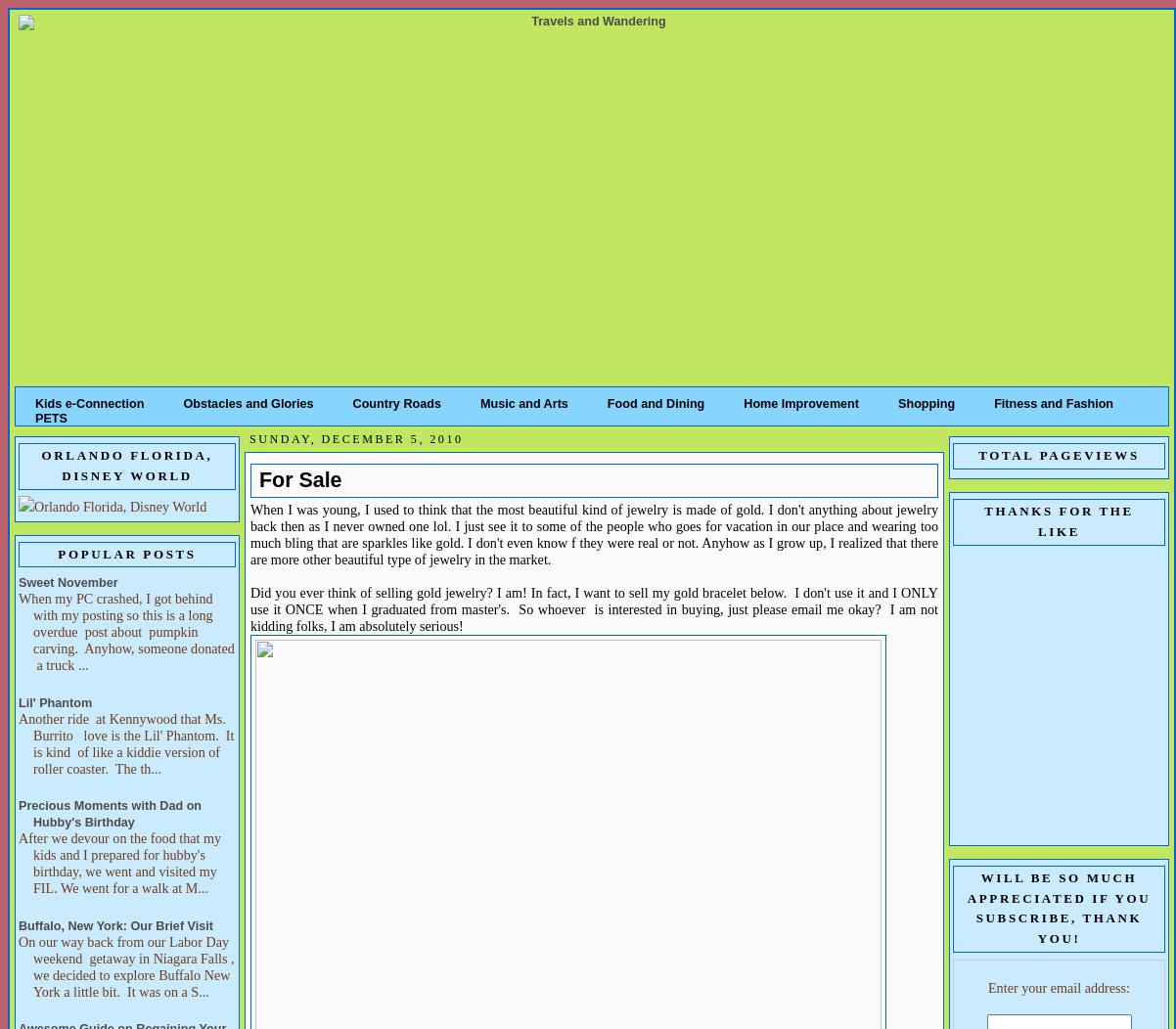  What do you see at coordinates (594, 608) in the screenshot?
I see `'Did you ever think of selling gold jewelry?  I am!  In fact, I want to sell my gold bracelet below.  I don't use it and I ONLY use it ONCE when I graduated from master's.  So whoever  is interested in buying, just please email me okay?  I am not kidding folks, I am absolutely serious!'` at bounding box center [594, 608].